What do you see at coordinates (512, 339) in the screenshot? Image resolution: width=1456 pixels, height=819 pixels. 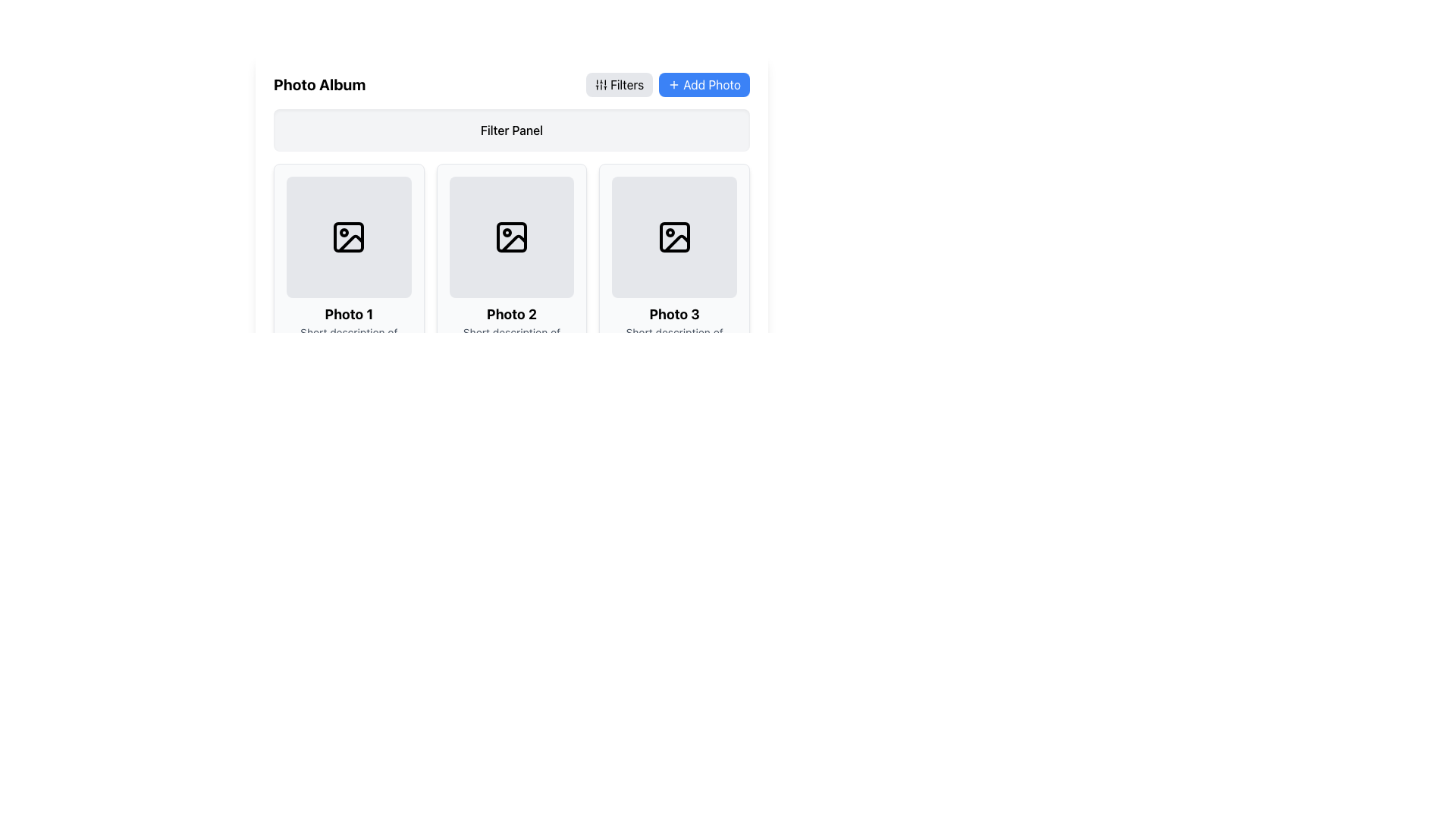 I see `the static text element located at the bottom of the card layout associated with 'Photo 2', positioned directly beneath the title 'Photo 2'` at bounding box center [512, 339].